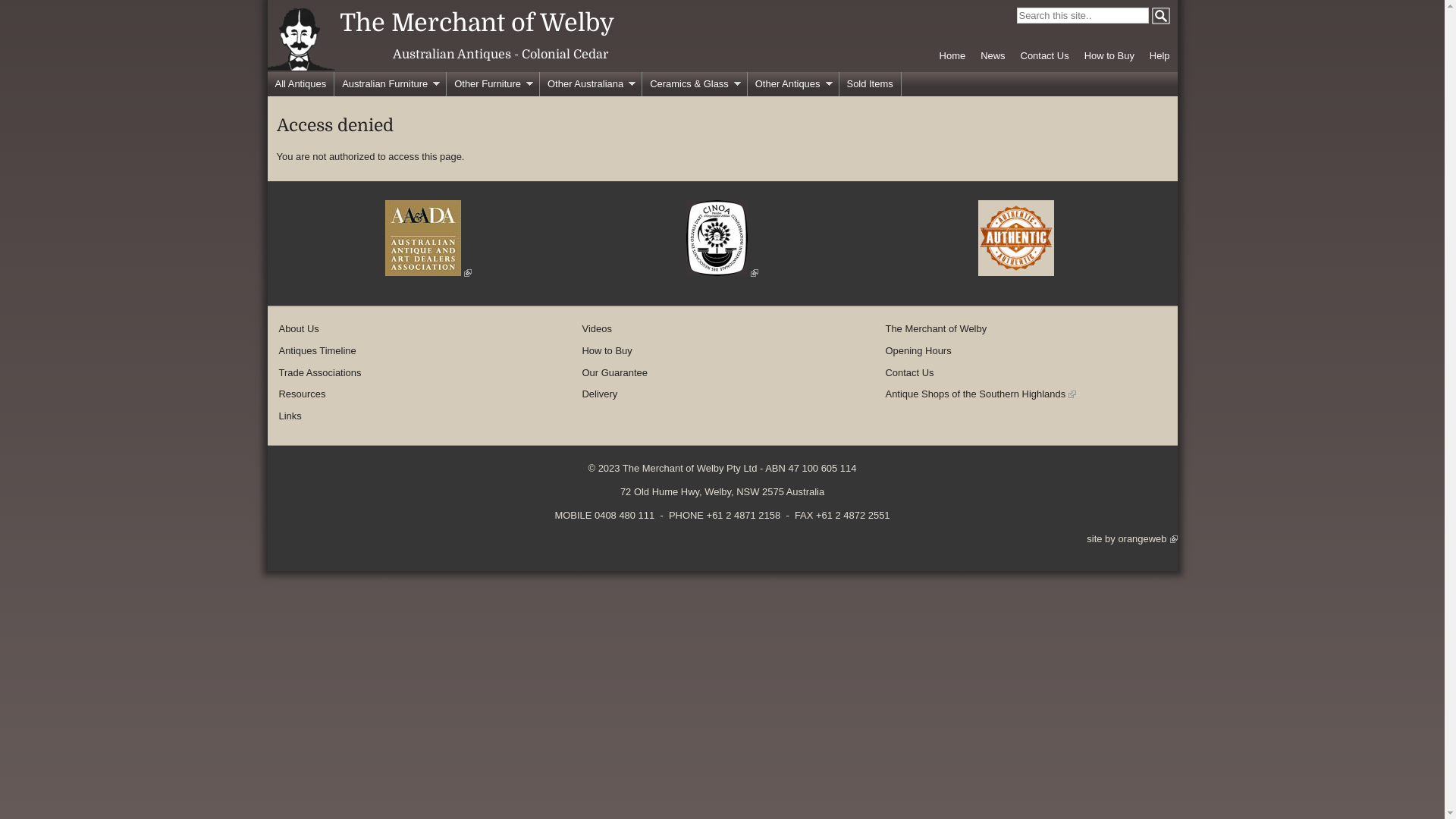 This screenshot has height=819, width=1456. Describe the element at coordinates (981, 393) in the screenshot. I see `'Antique Shops of the Southern Highlands` at that location.